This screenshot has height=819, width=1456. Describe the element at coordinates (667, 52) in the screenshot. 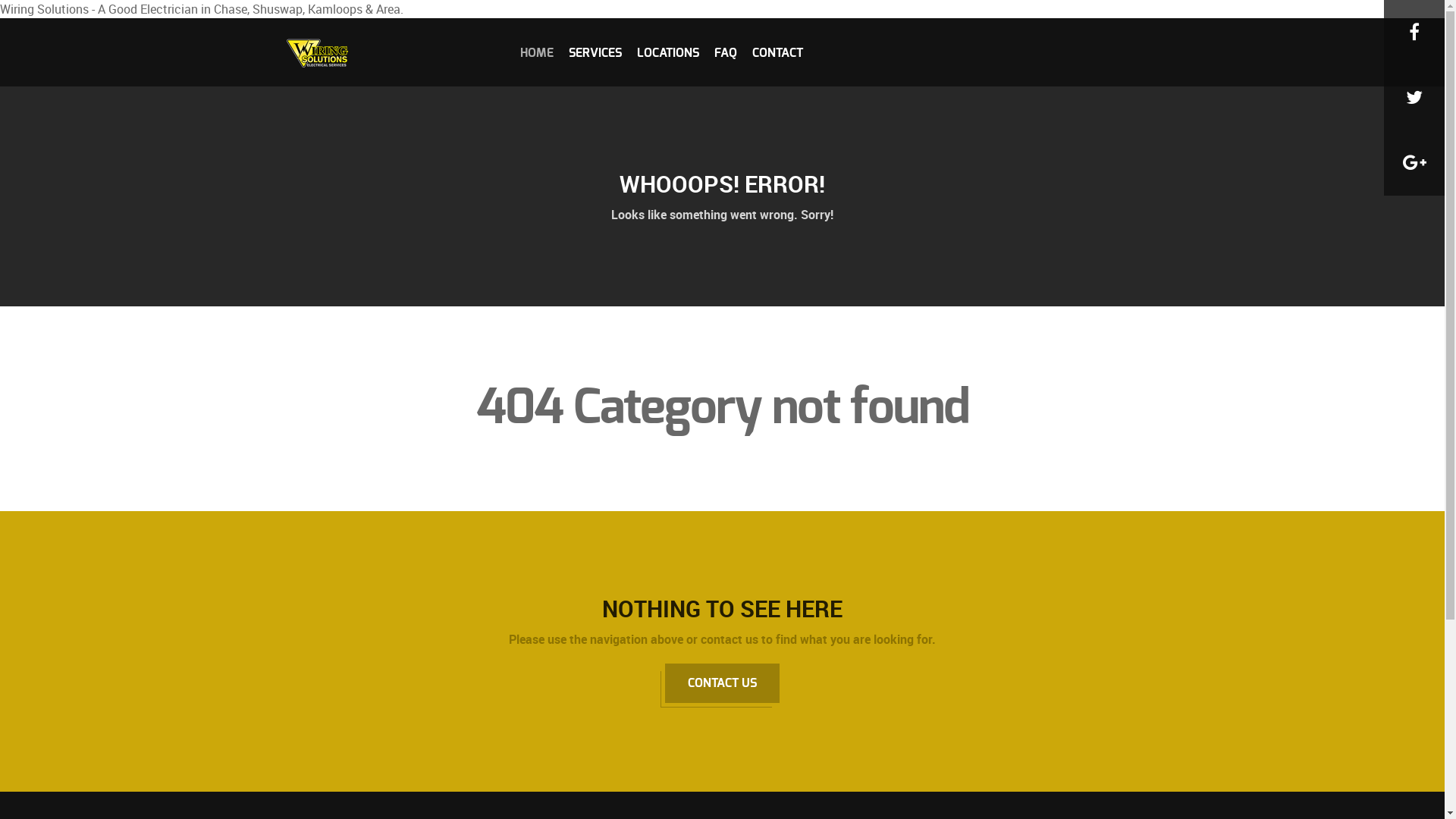

I see `'LOCATIONS'` at that location.